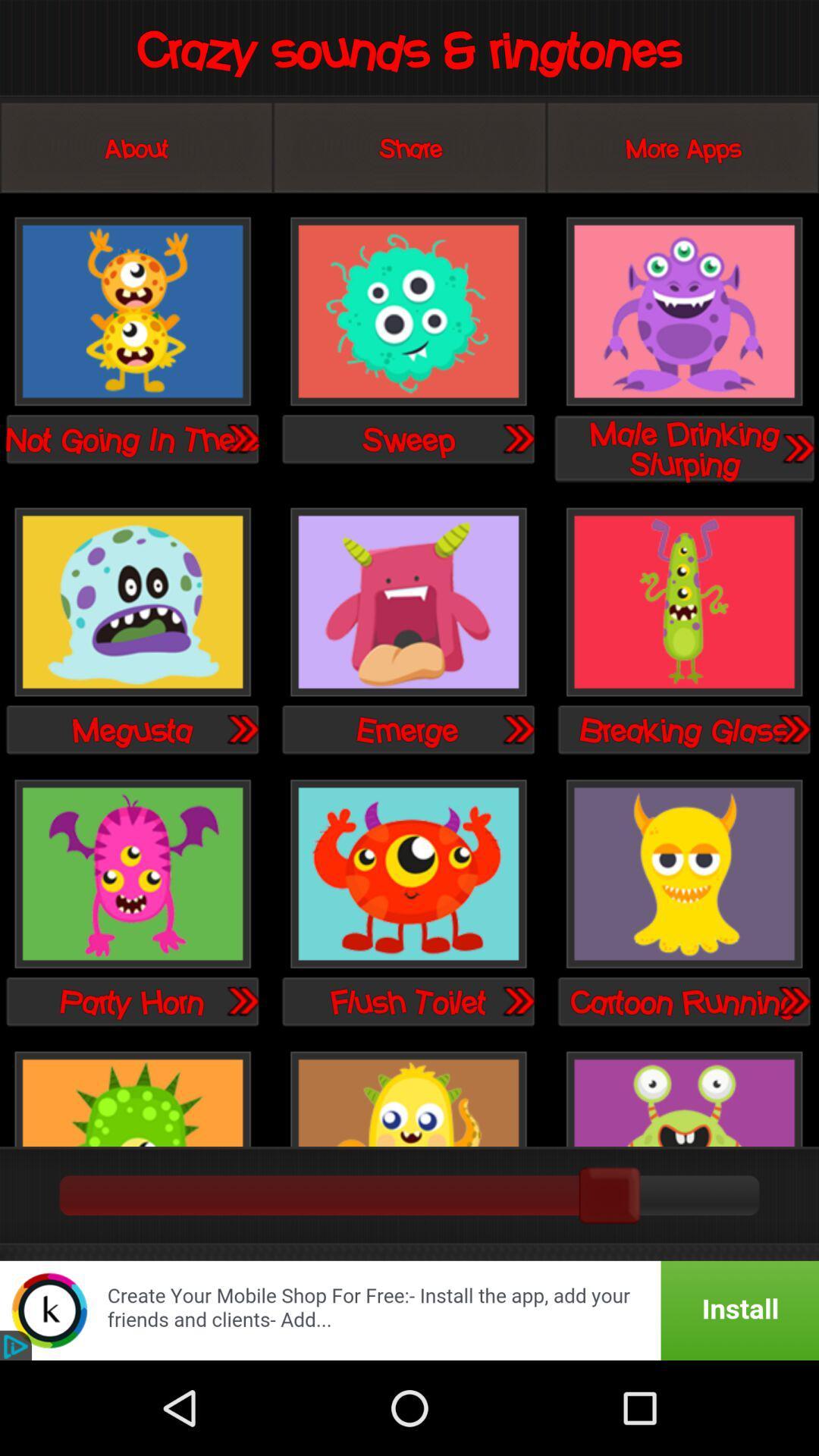  I want to click on switch megusta, so click(132, 602).